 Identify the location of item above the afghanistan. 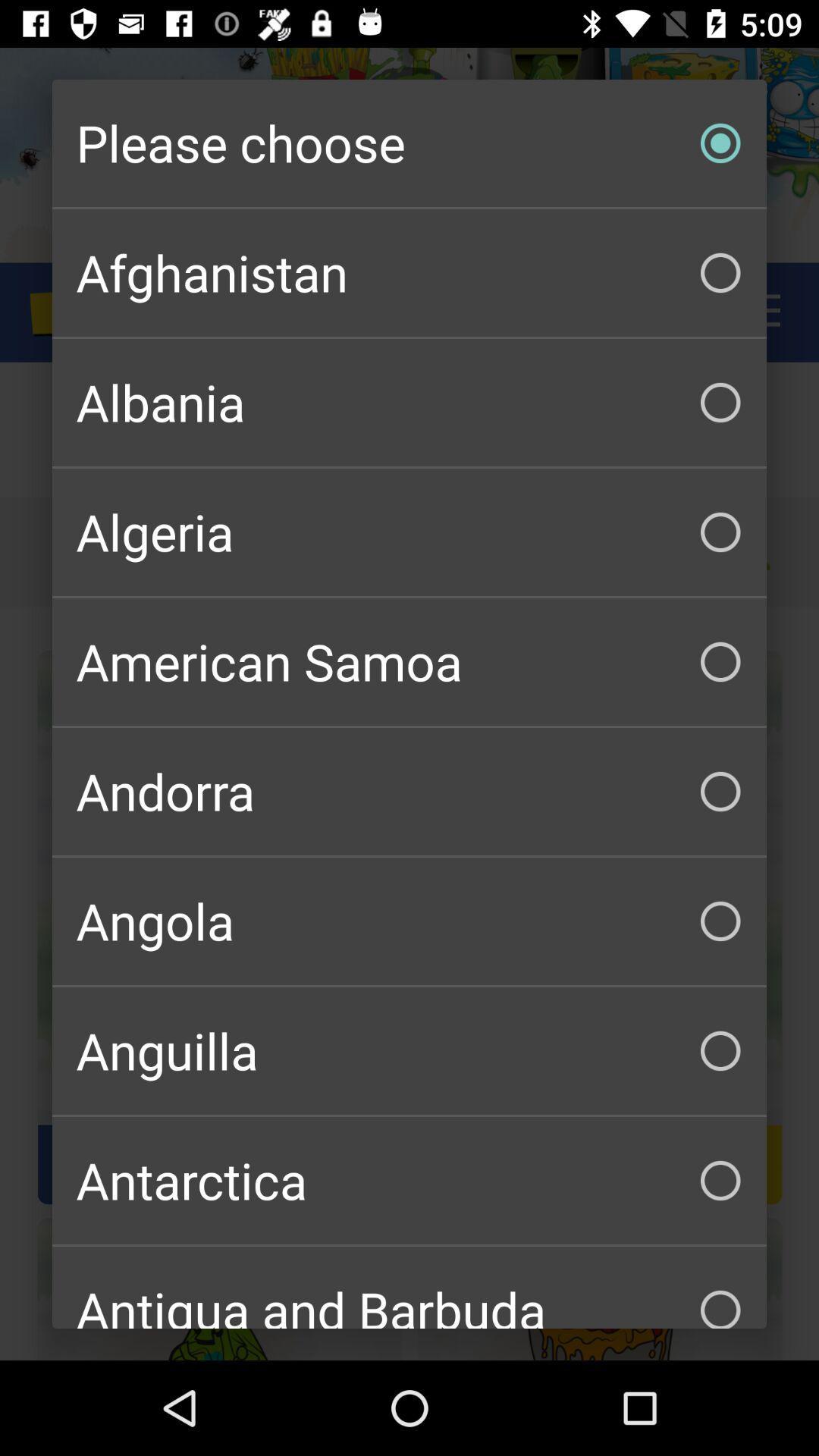
(409, 143).